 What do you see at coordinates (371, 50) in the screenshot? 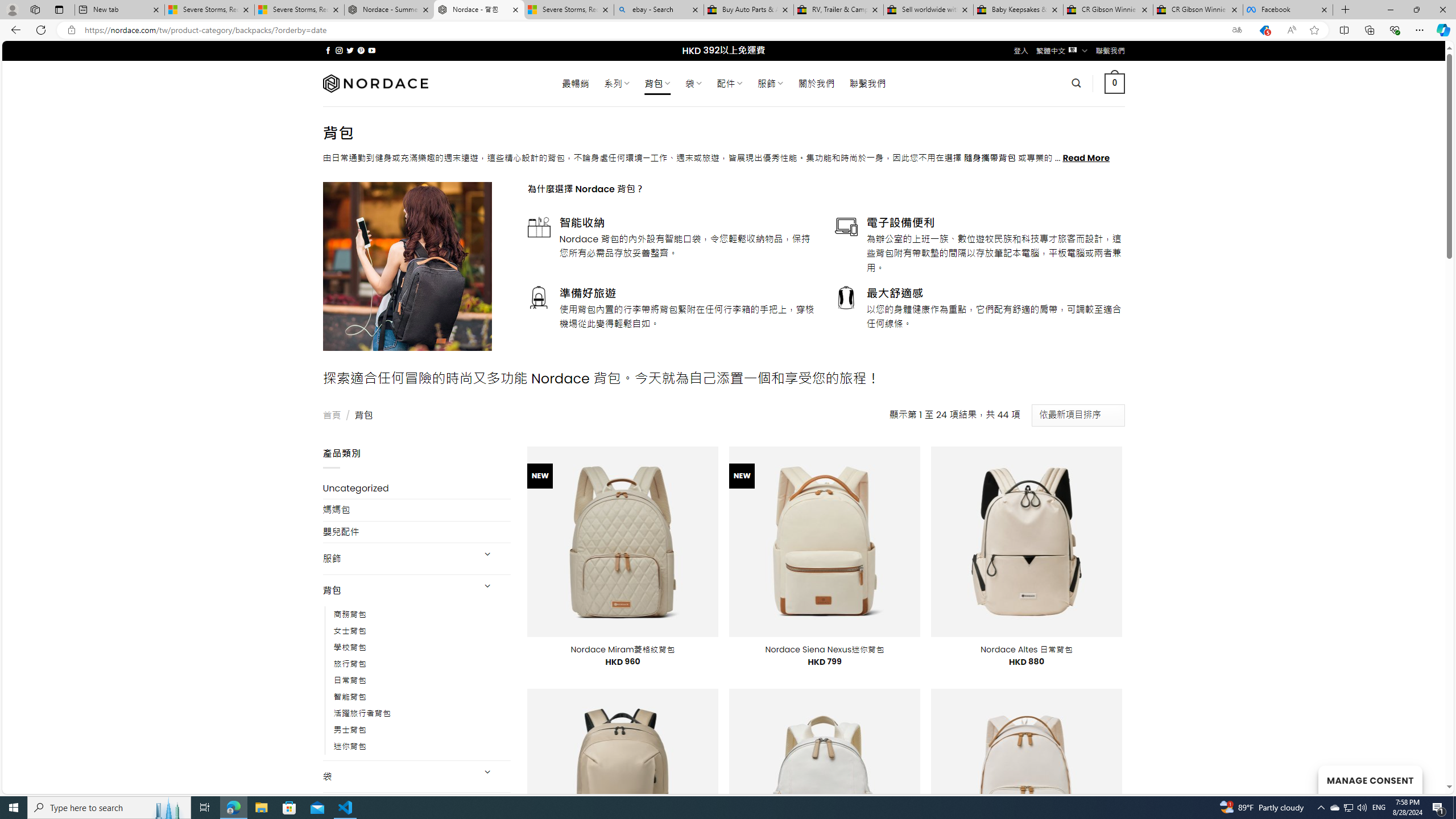
I see `'Follow on YouTube'` at bounding box center [371, 50].